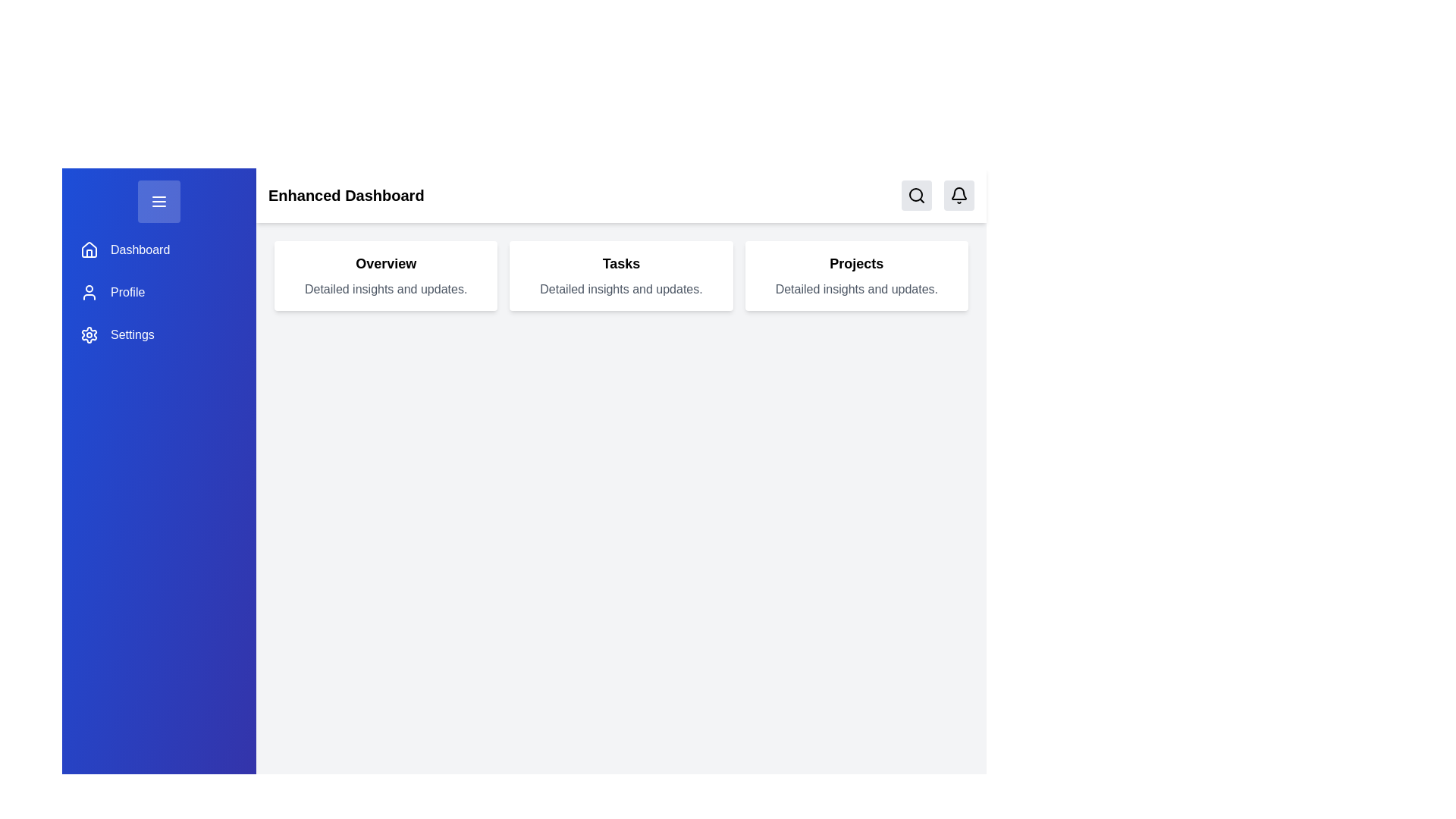 The width and height of the screenshot is (1456, 819). I want to click on the first navigational link in the sidebar menu that leads to the dashboard section, positioned above 'Profile' and 'Settings', so click(159, 249).